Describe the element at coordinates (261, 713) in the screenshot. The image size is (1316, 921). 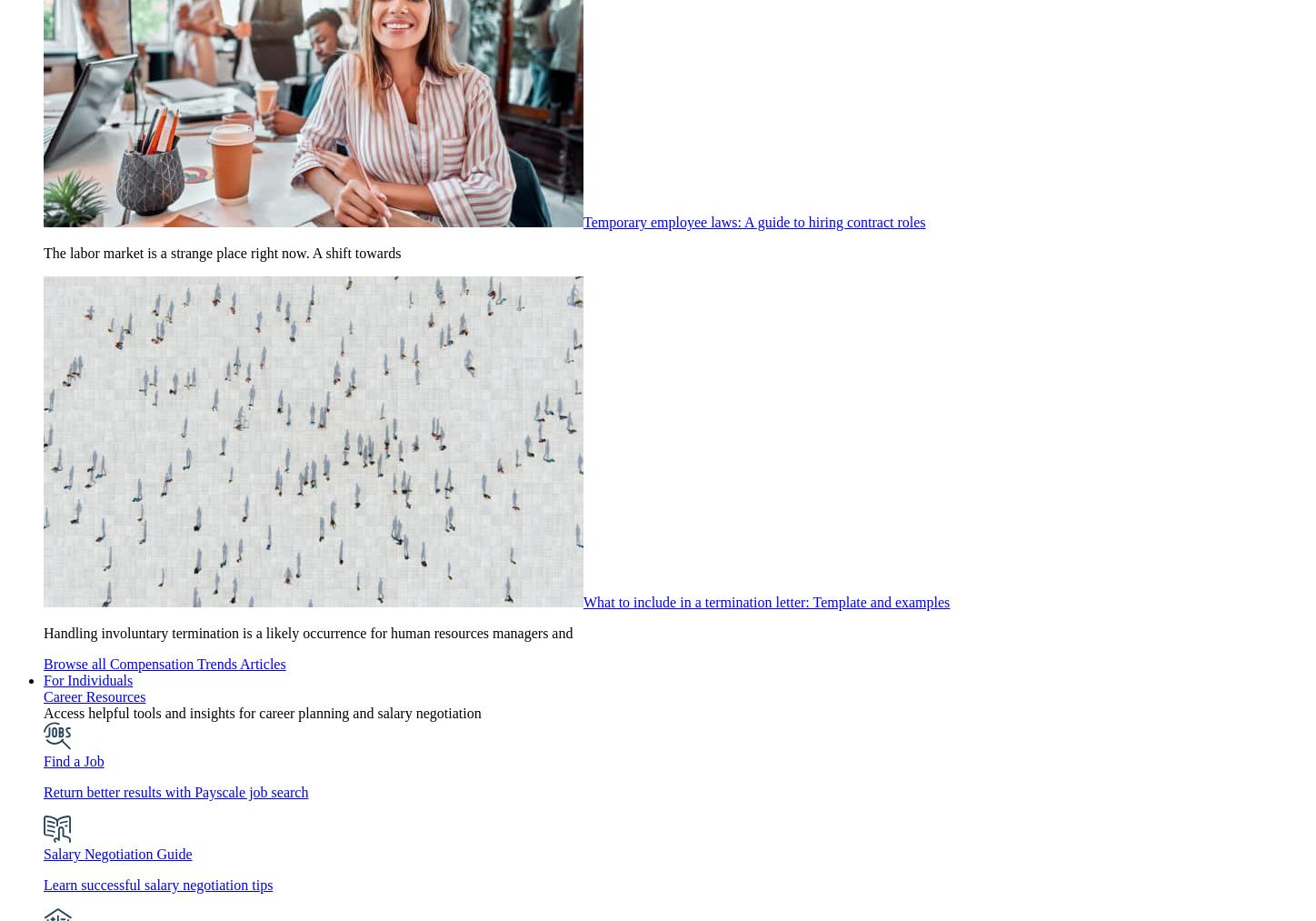
I see `'Access helpful tools and insights for career planning and salary negotiation'` at that location.